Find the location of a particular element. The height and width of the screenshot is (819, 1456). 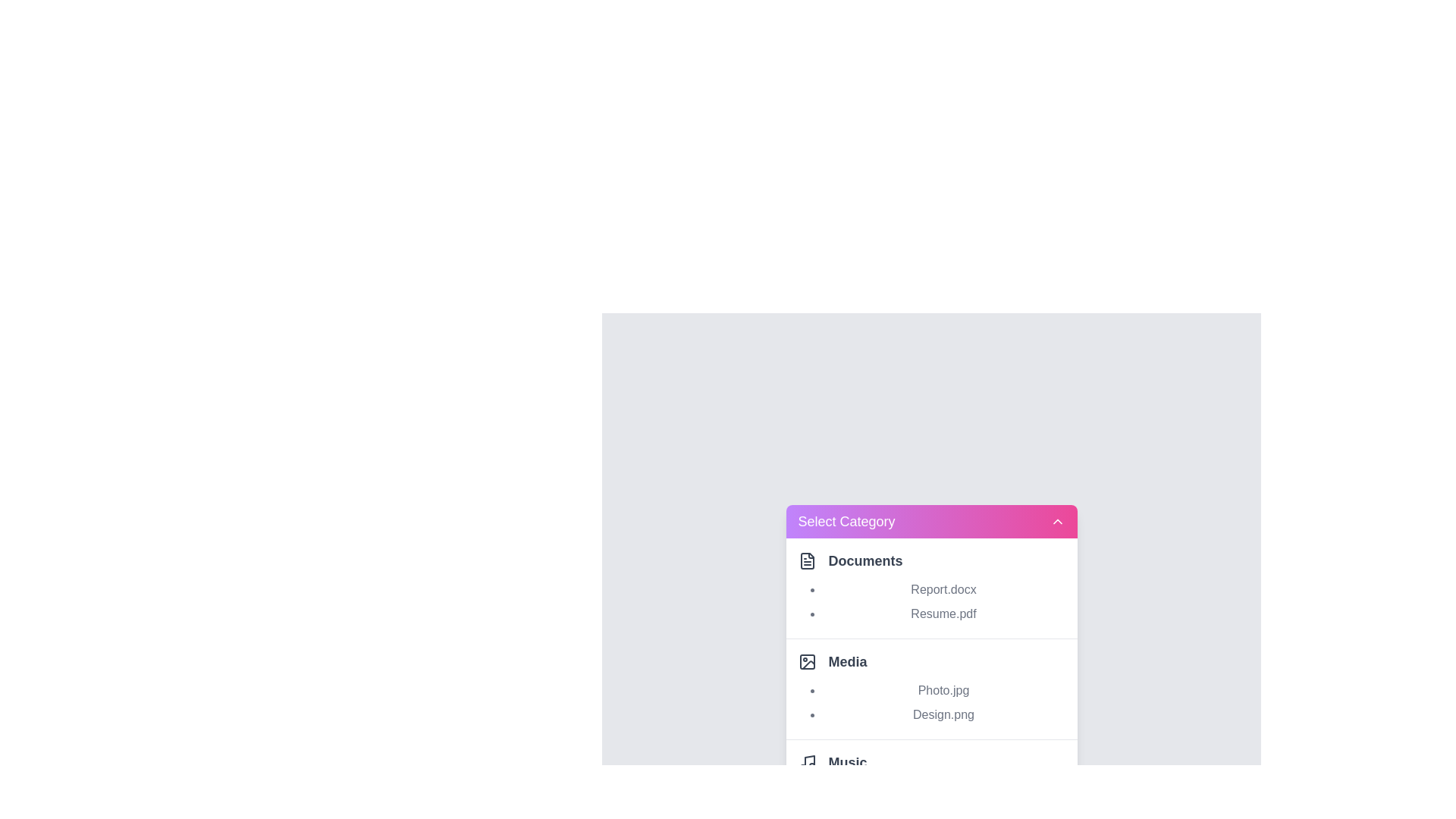

the small SVG musical note icon located to the left of the 'Music' text in the 'Select Category' panel under the 'Media' section is located at coordinates (806, 762).